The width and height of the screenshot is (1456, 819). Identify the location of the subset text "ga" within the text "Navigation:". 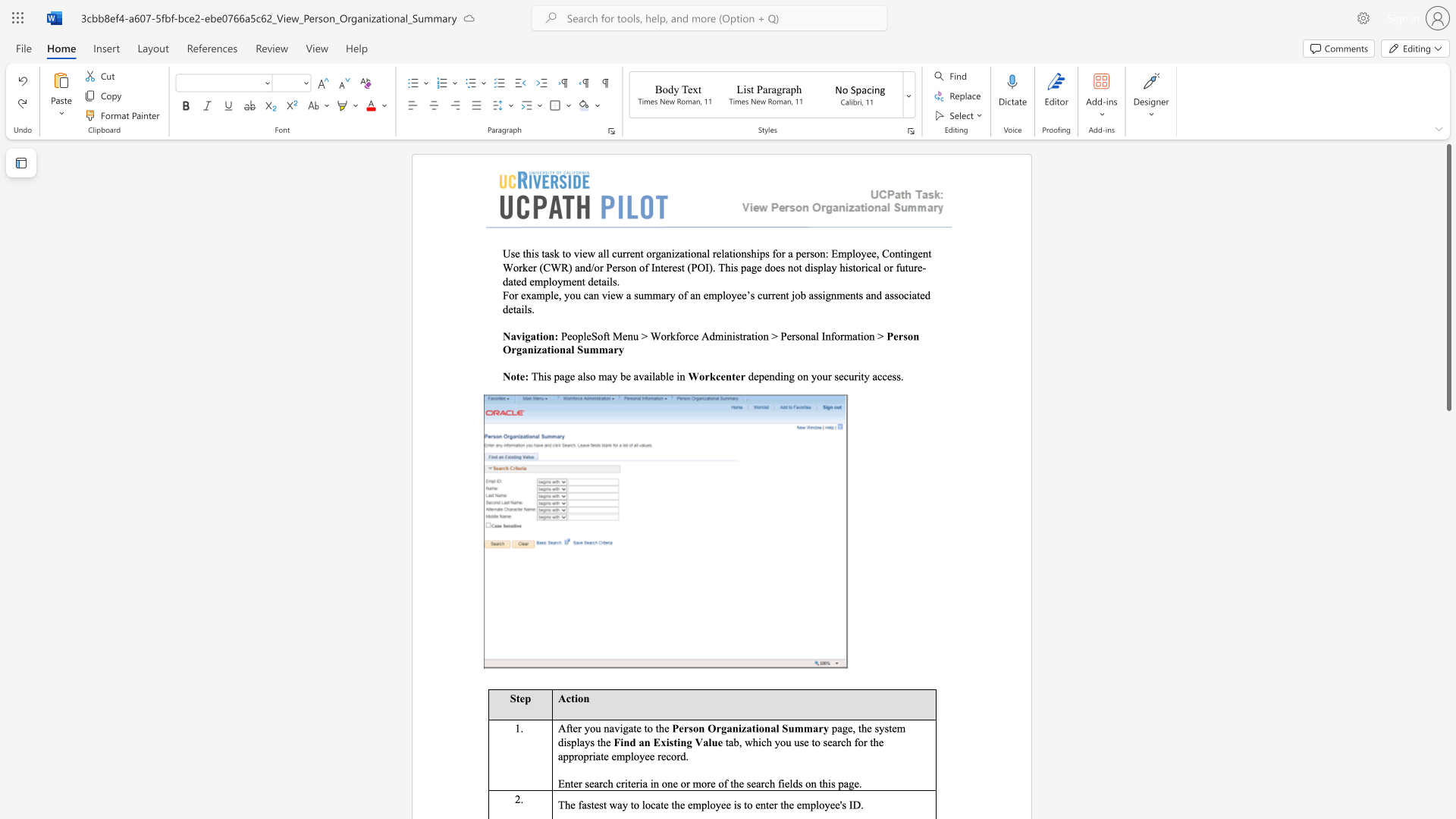
(525, 335).